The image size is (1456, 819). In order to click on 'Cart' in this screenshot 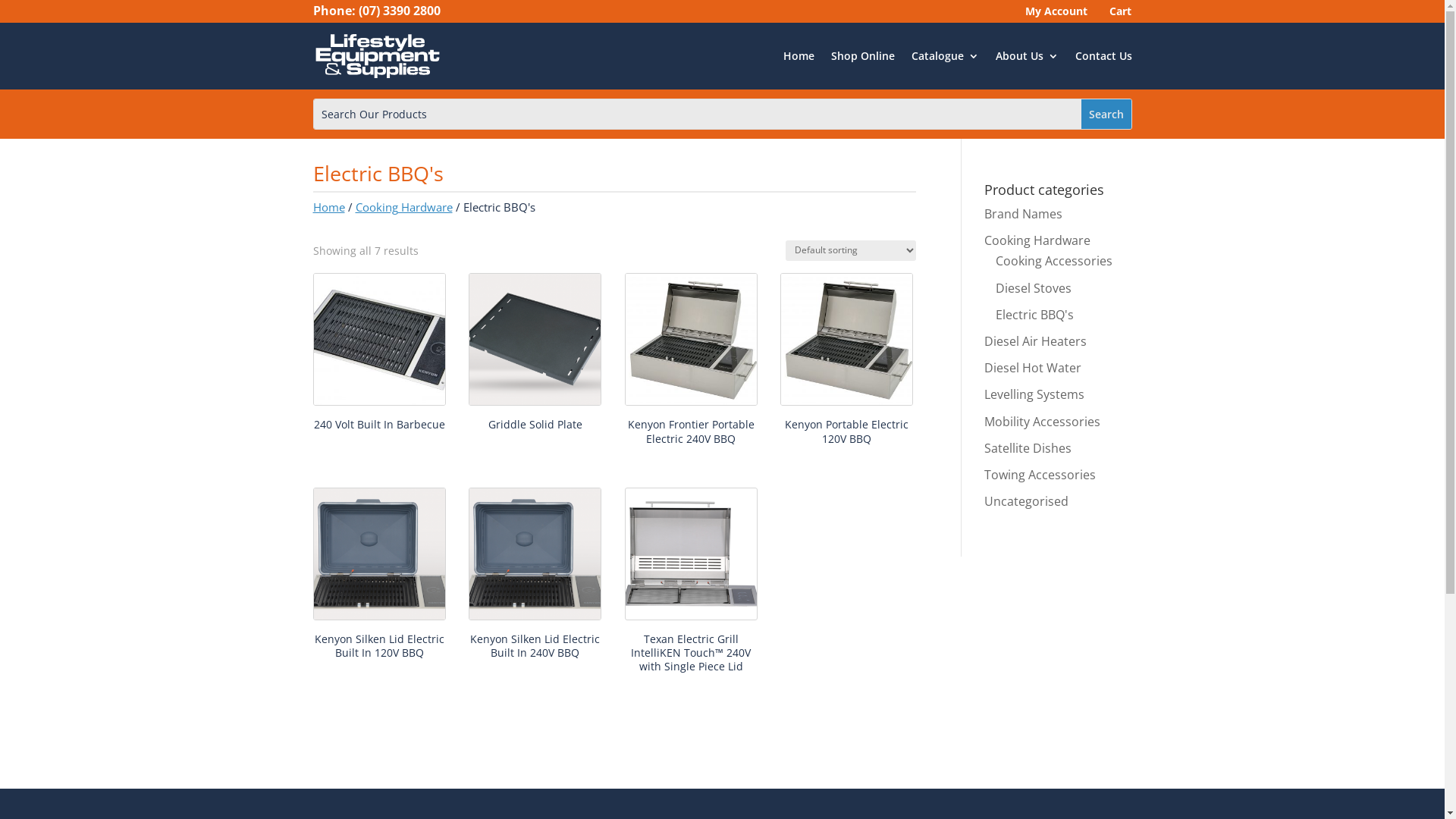, I will do `click(1117, 14)`.